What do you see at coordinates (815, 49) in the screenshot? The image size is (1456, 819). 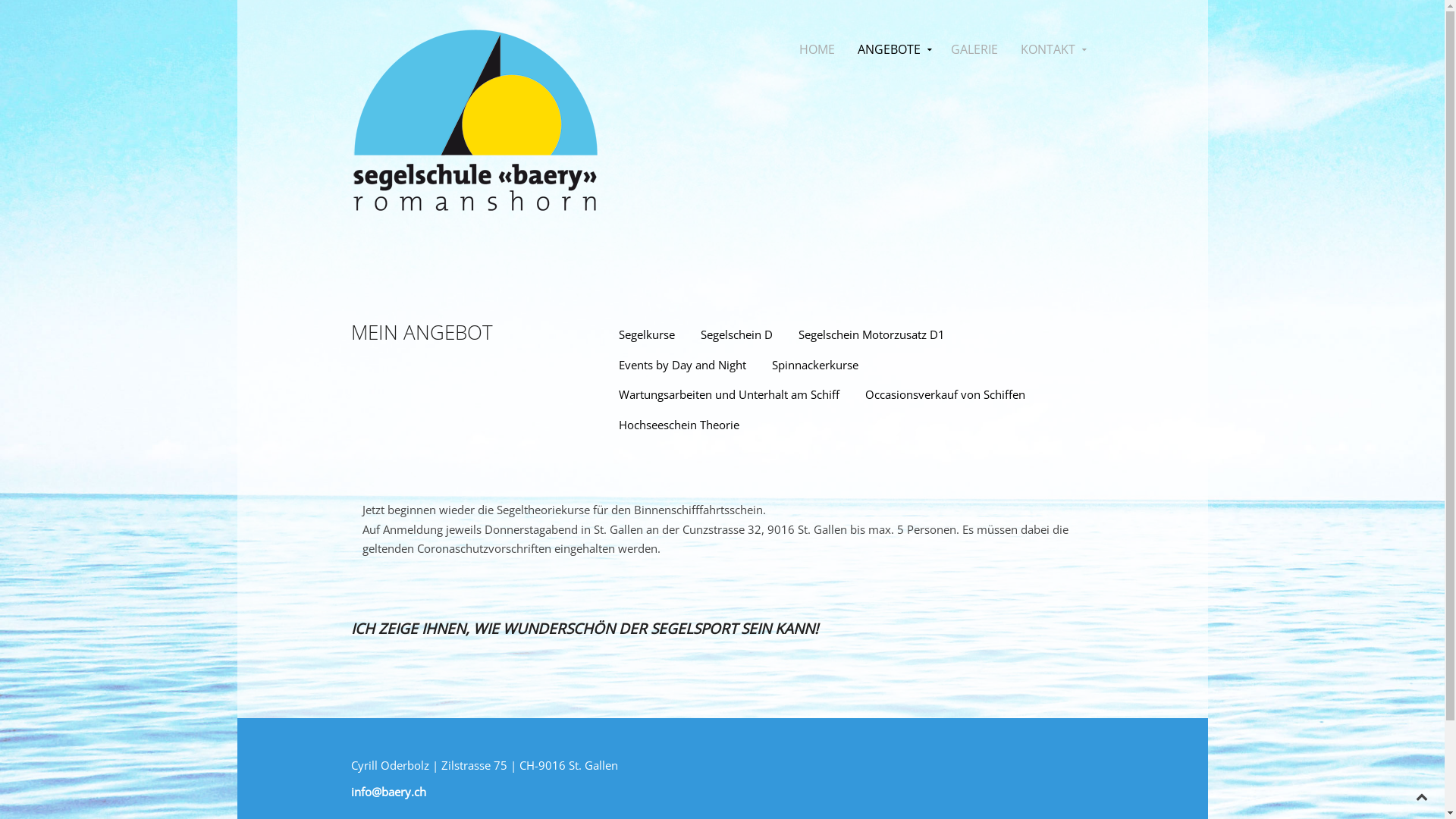 I see `'HOME'` at bounding box center [815, 49].